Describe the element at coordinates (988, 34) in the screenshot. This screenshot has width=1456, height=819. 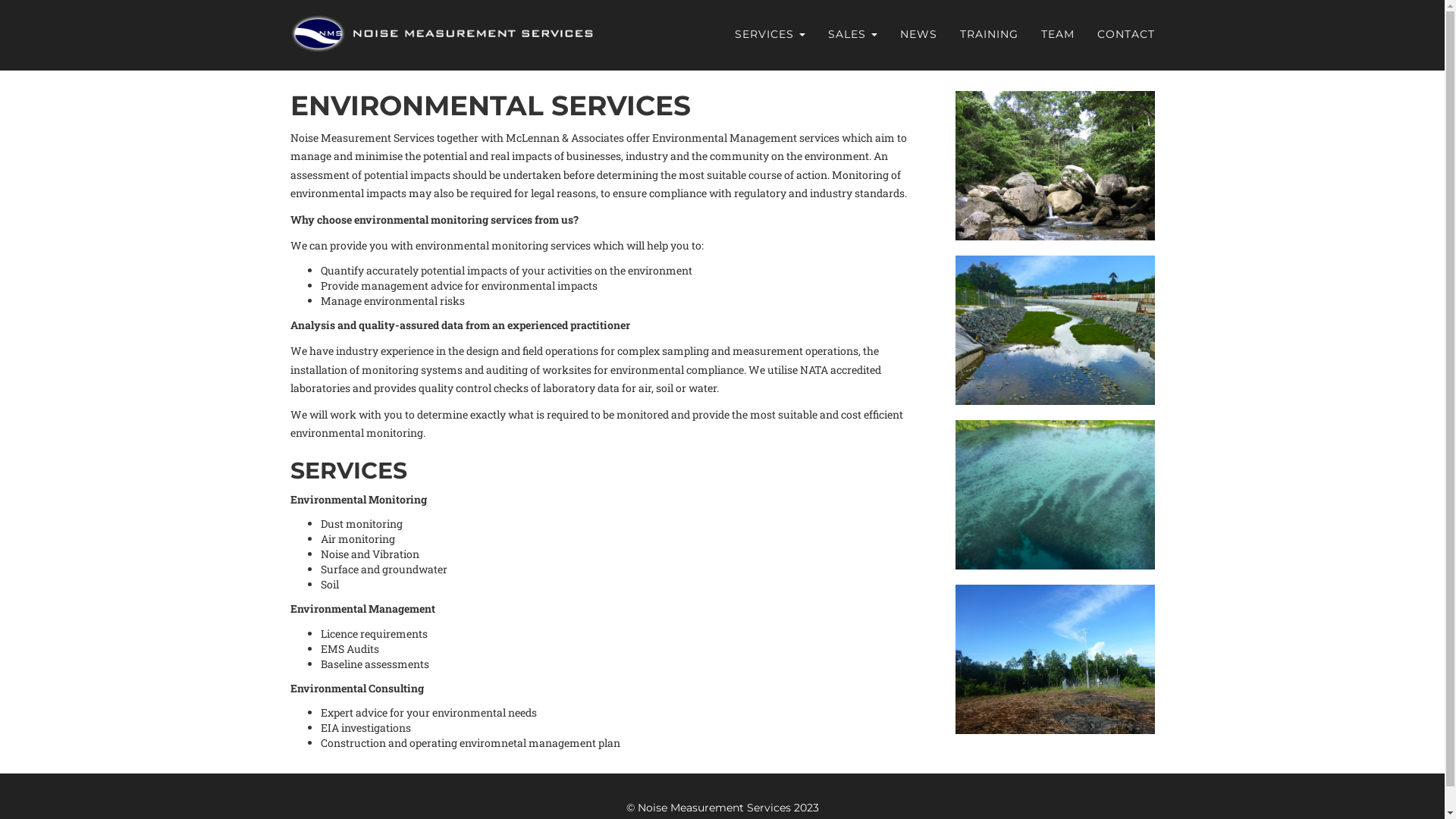
I see `'TRAINING'` at that location.